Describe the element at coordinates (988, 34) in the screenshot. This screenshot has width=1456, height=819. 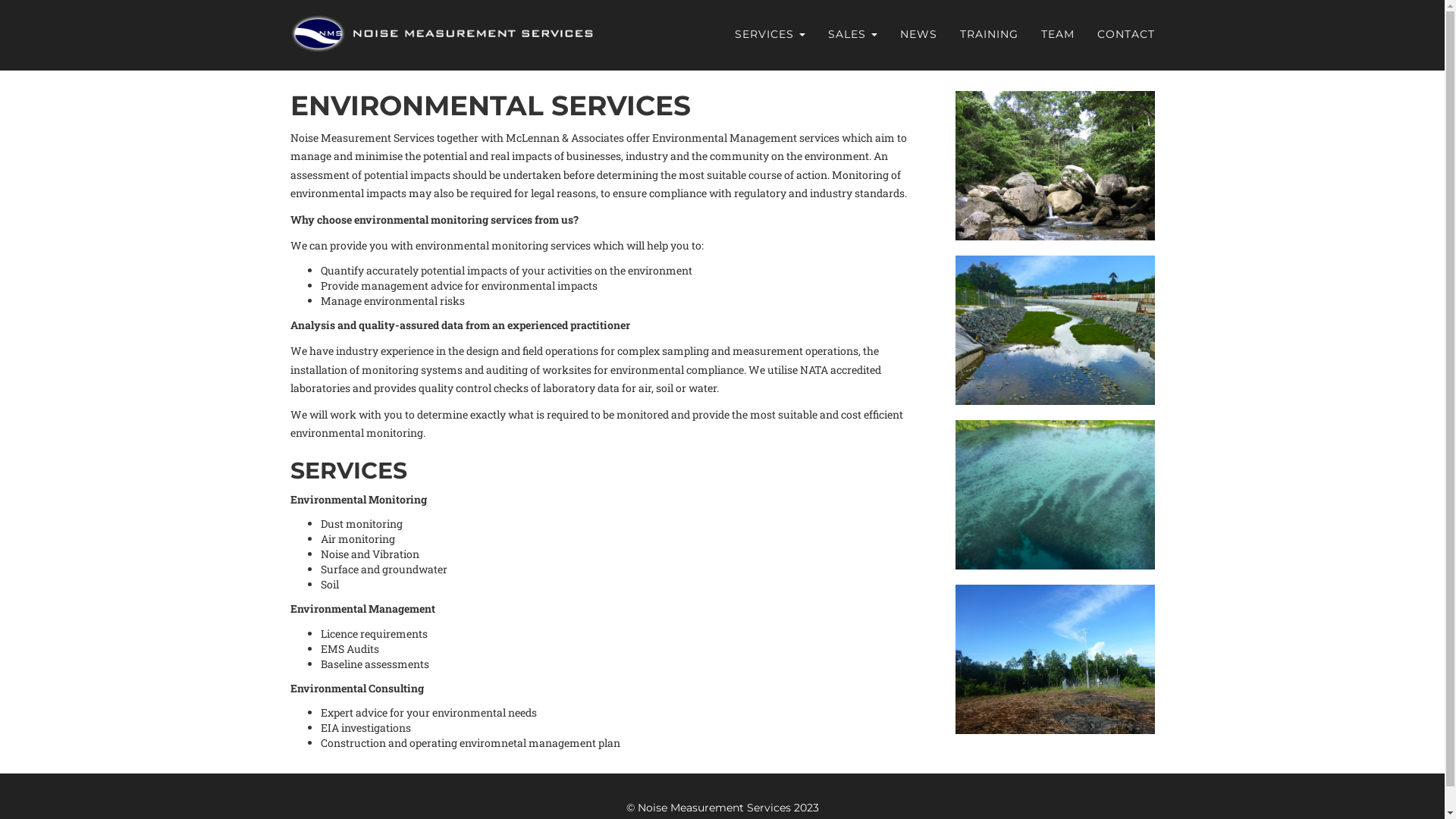
I see `'TRAINING'` at that location.